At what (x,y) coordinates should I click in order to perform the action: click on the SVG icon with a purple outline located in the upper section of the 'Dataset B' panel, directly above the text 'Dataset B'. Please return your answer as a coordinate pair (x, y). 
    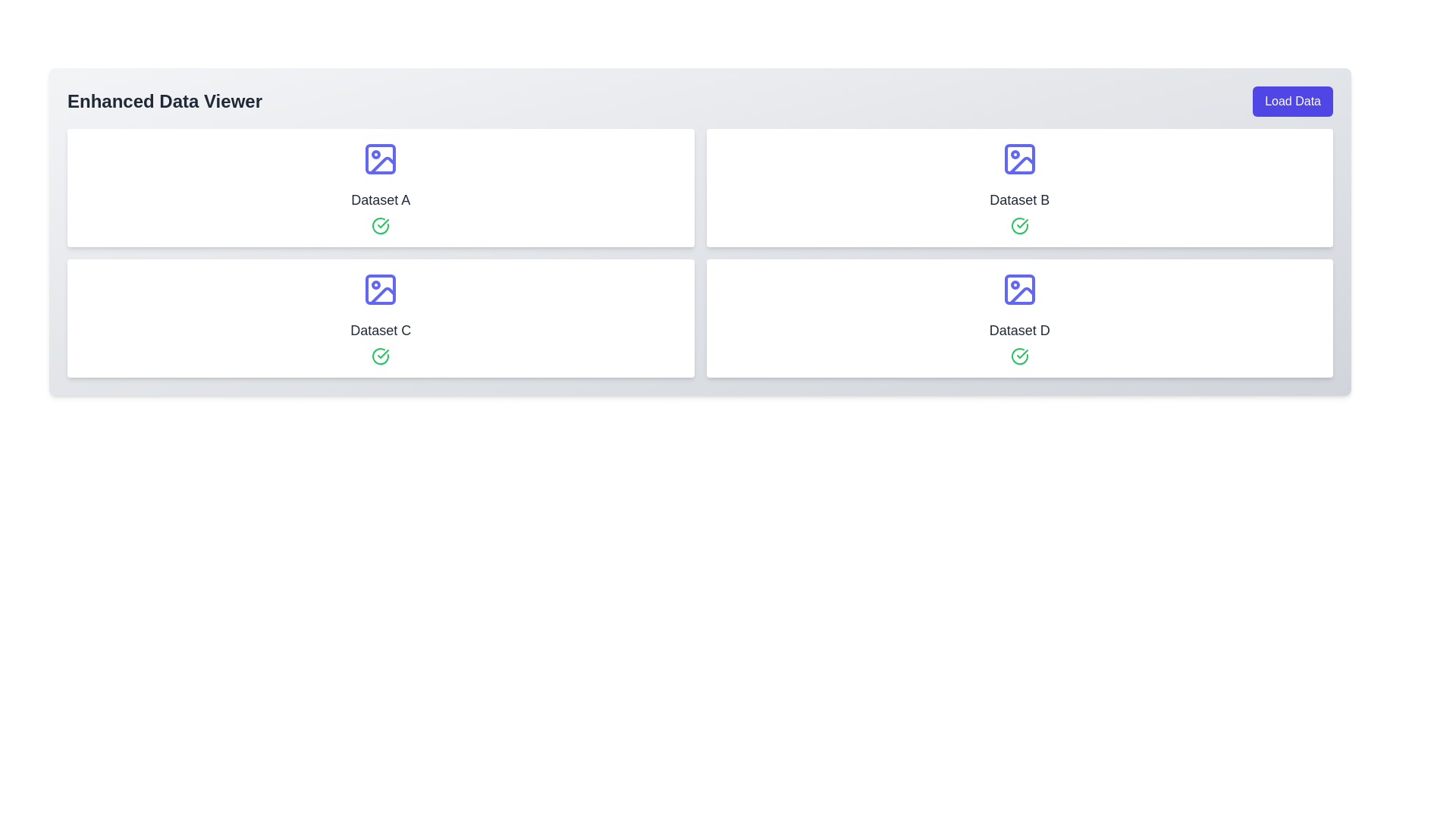
    Looking at the image, I should click on (1019, 158).